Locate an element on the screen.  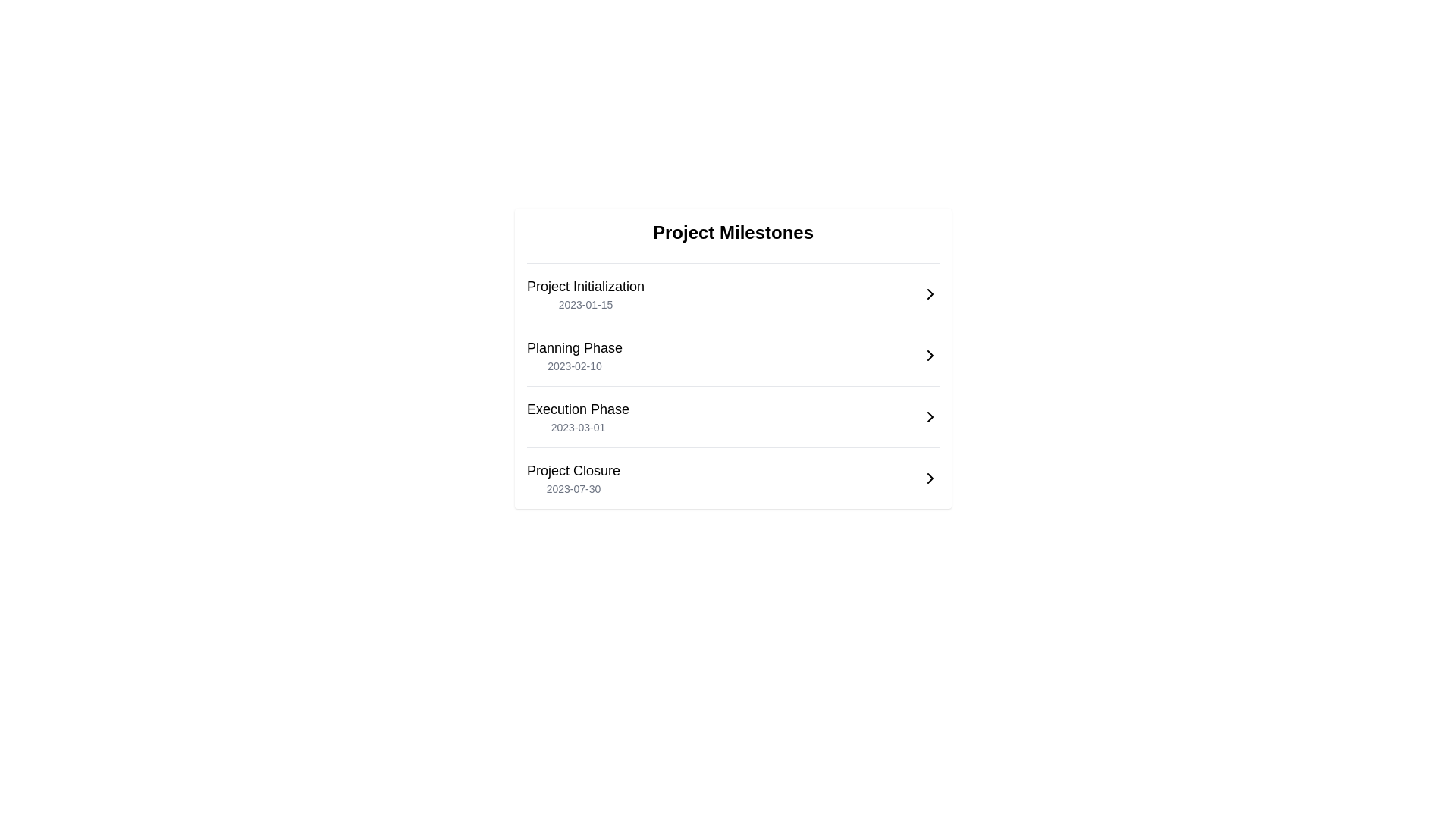
the composite text display component titled 'Execution Phase' which includes the subtext '2023-03-01', located under 'Project Milestones' is located at coordinates (577, 417).